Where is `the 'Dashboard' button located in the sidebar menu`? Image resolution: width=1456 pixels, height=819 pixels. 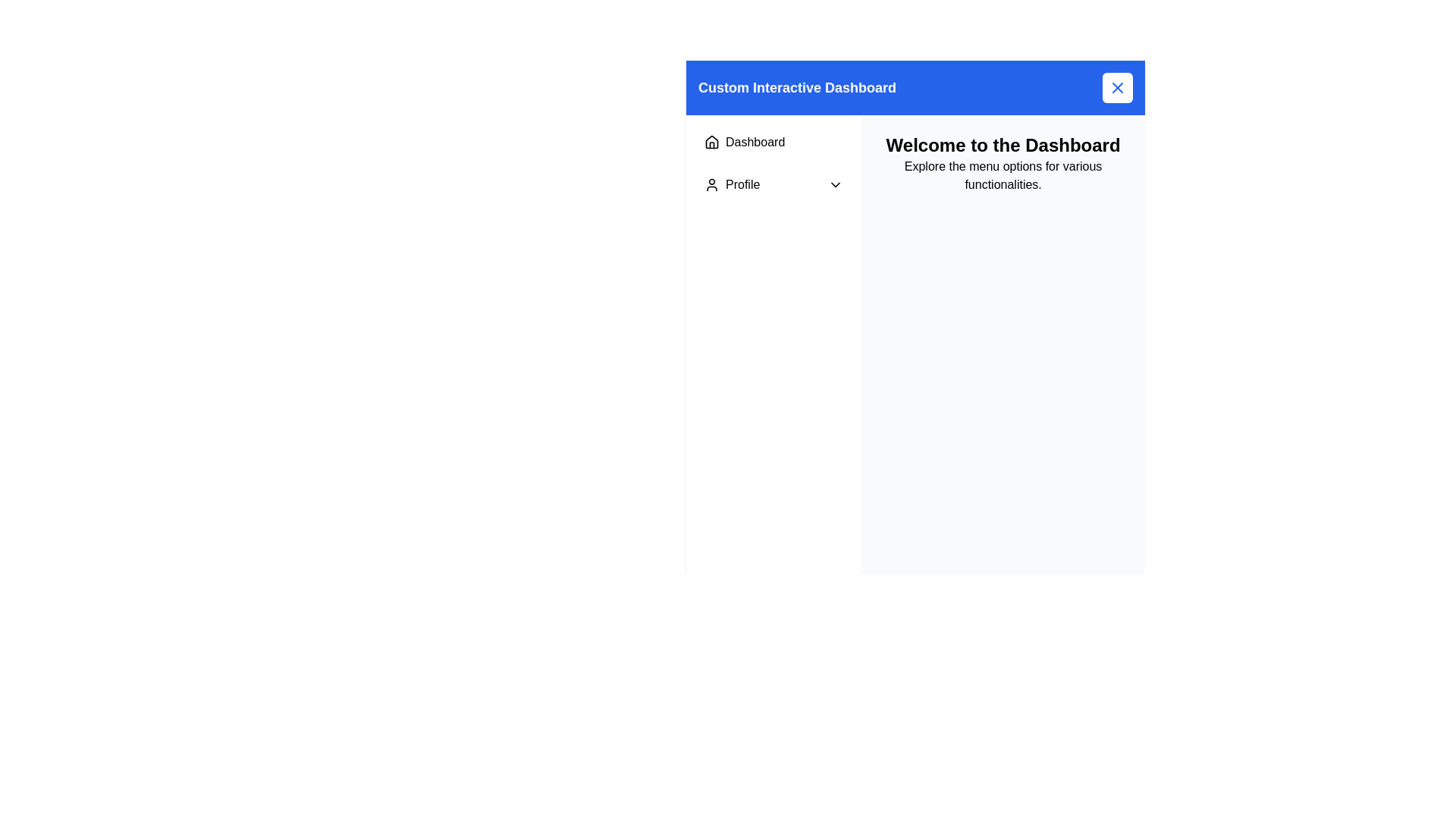 the 'Dashboard' button located in the sidebar menu is located at coordinates (773, 143).